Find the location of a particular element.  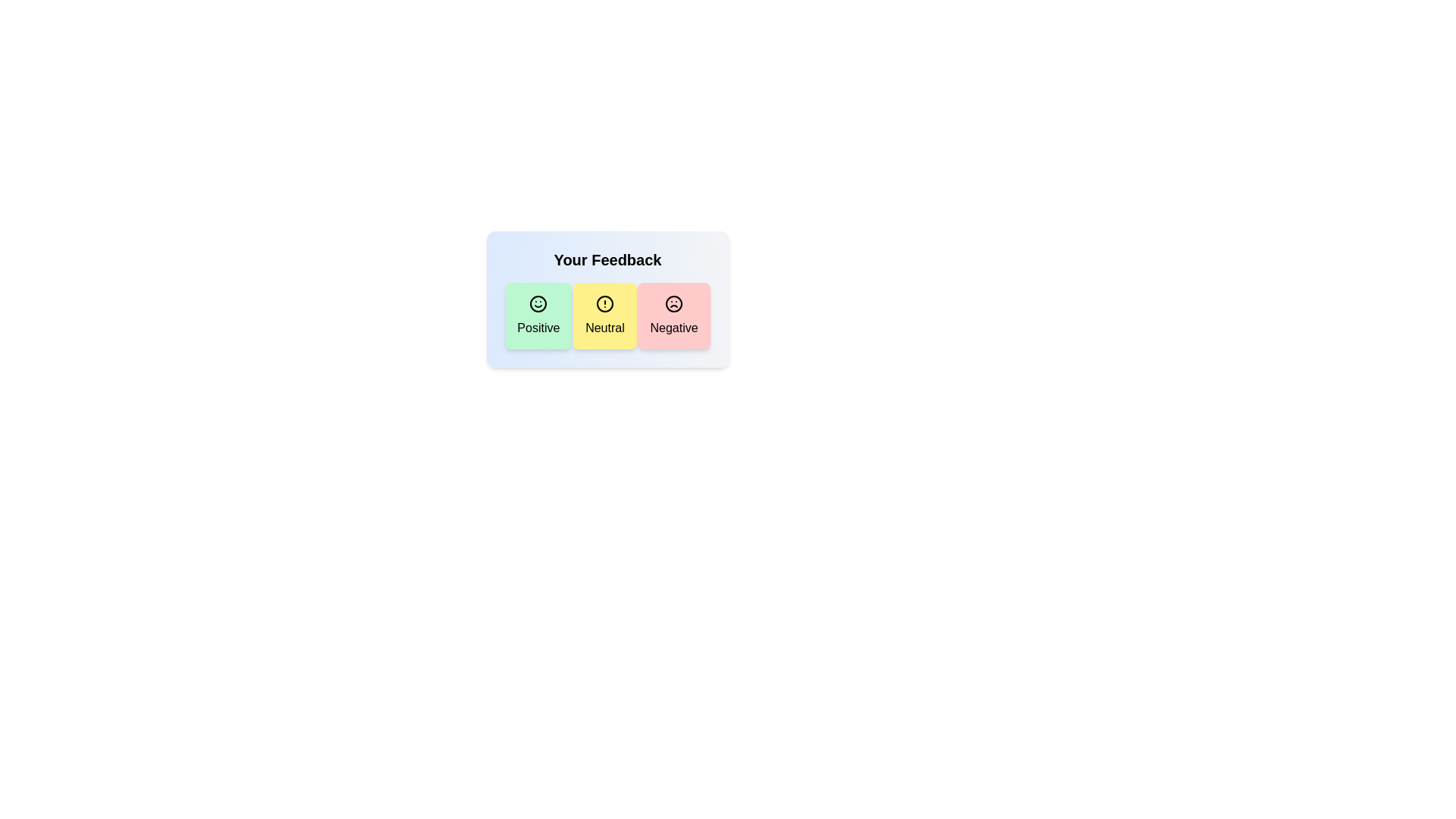

the circular SVG element with a black outline located at the center of the frowning face icon in the 'Negative' feedback button area is located at coordinates (673, 304).